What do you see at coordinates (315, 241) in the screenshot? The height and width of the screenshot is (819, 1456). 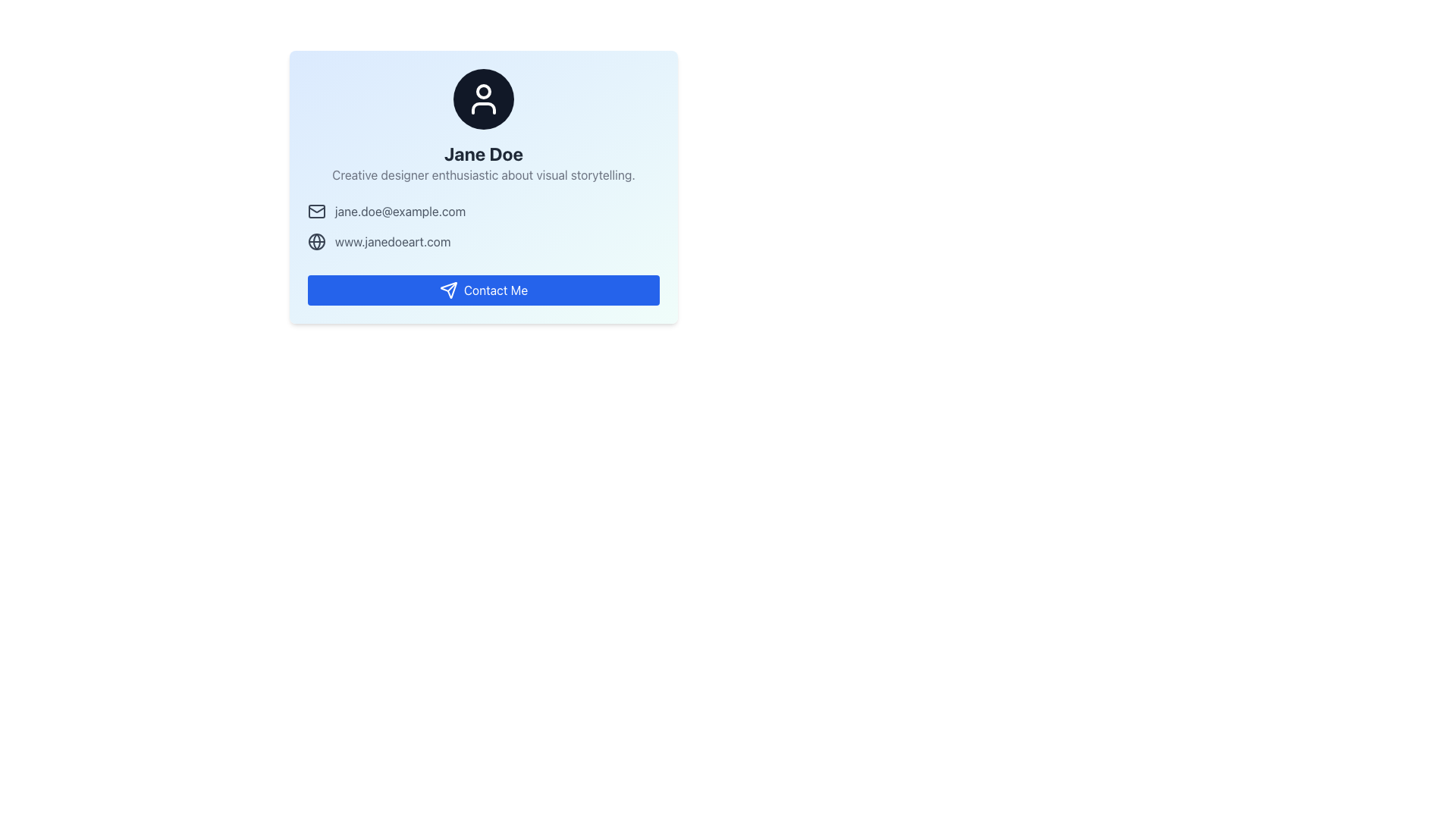 I see `the foremost circular element in the globe icon, which is styled with a grayish tone and located to the left of the 'www.janedoeart.com' text in the contact card` at bounding box center [315, 241].